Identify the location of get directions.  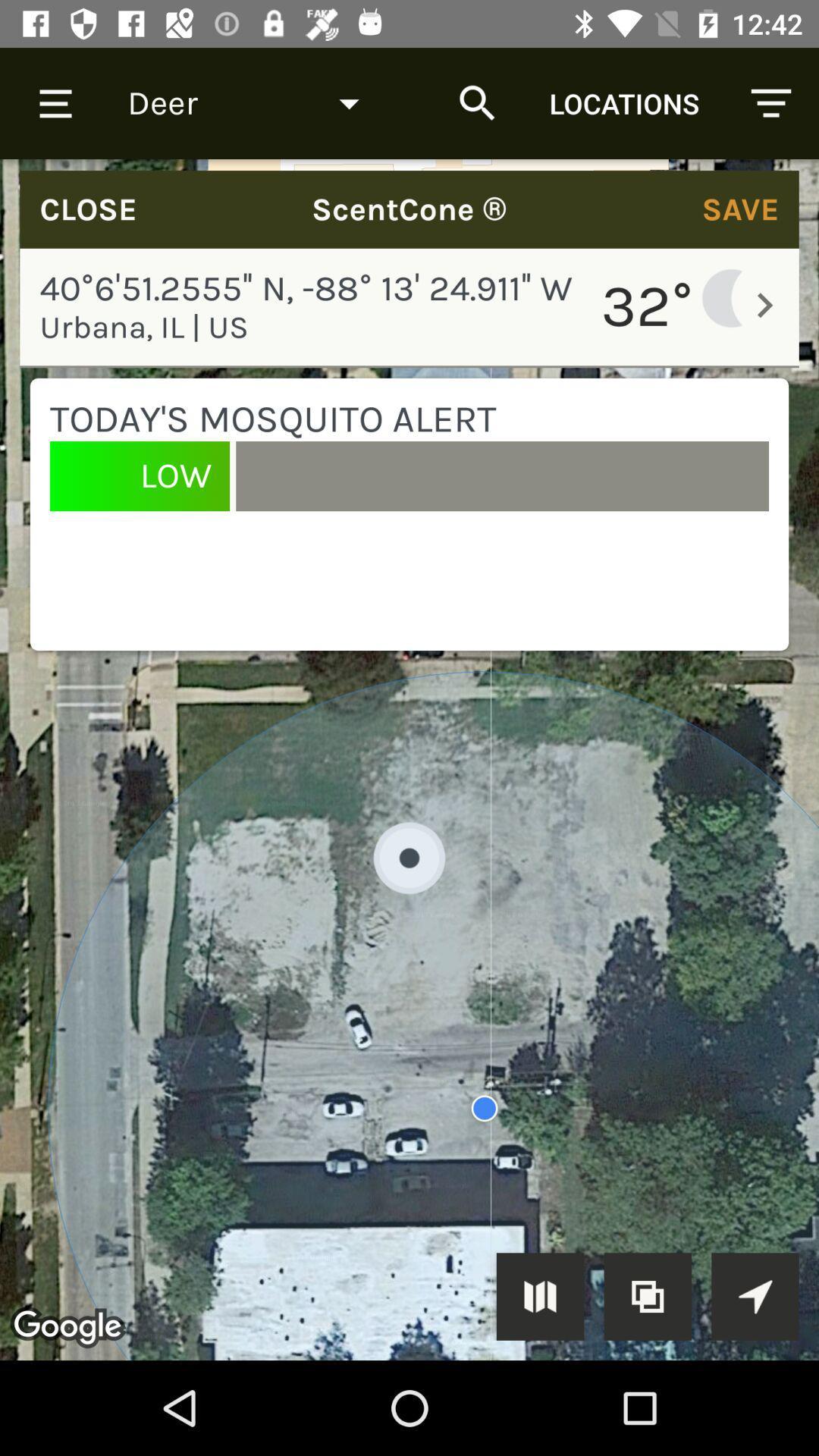
(755, 1295).